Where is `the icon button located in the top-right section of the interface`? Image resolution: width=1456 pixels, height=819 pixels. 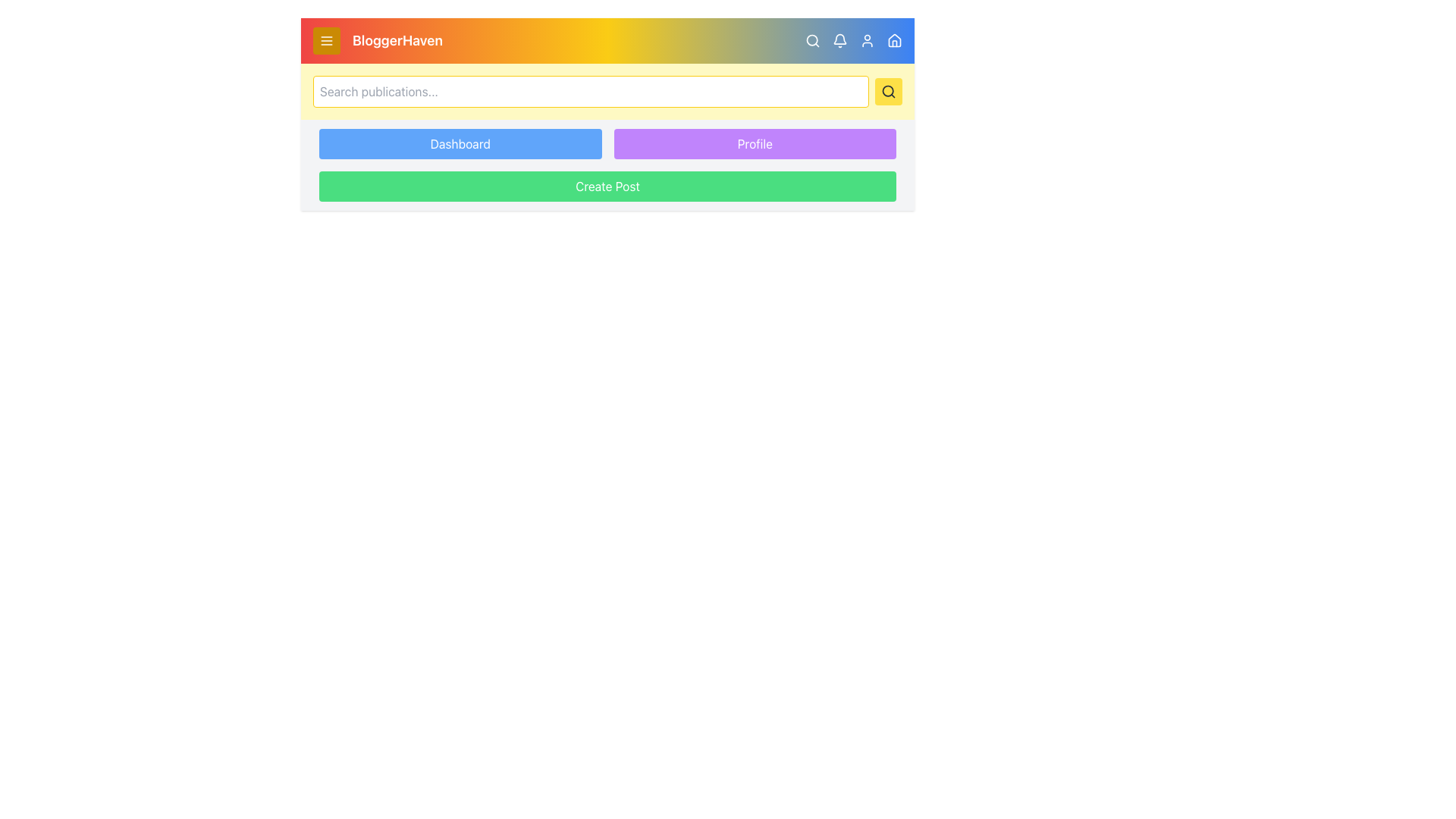 the icon button located in the top-right section of the interface is located at coordinates (895, 40).